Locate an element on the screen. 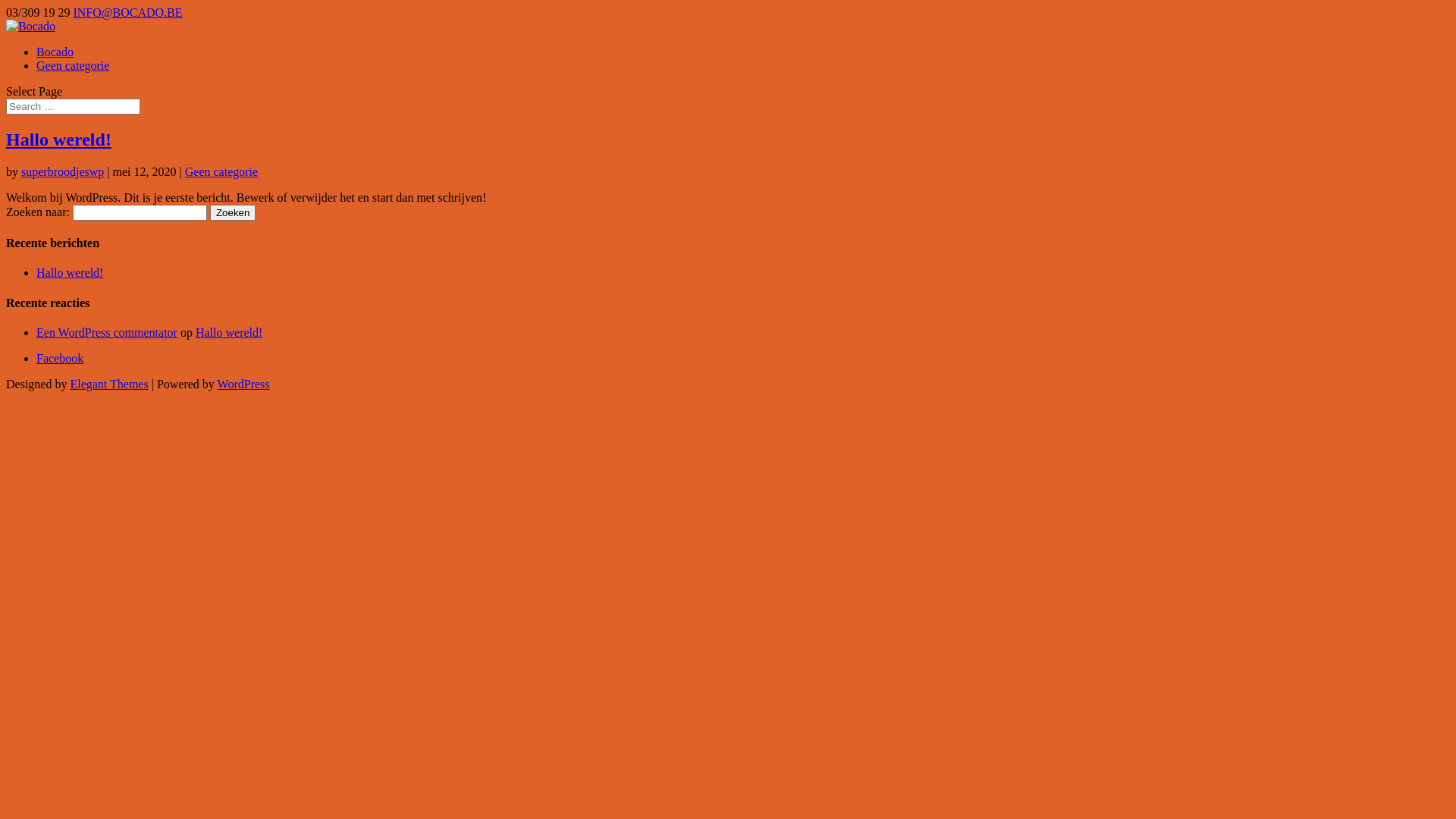  'Bocado' is located at coordinates (55, 51).